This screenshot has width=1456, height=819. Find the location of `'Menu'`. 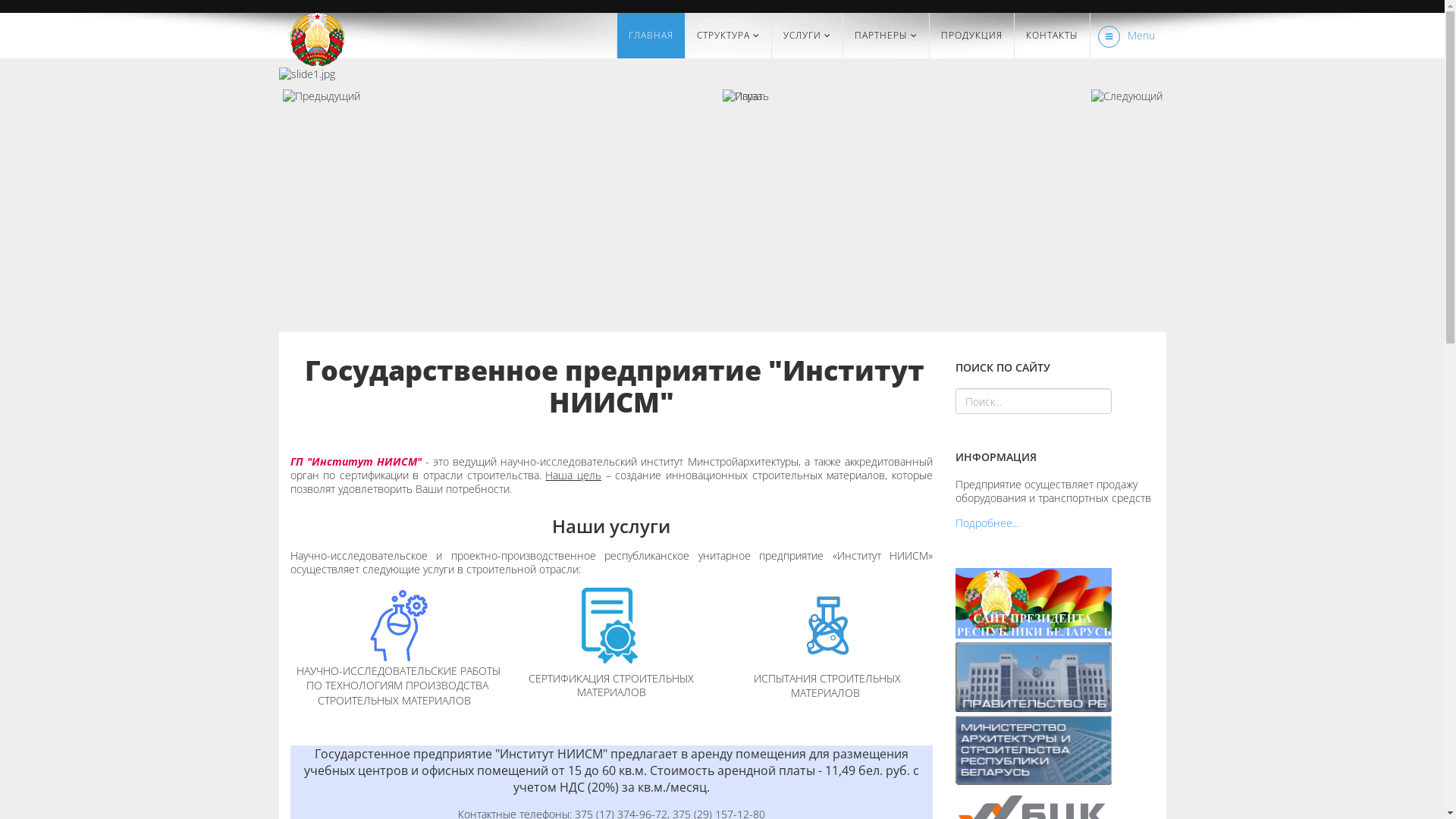

'Menu' is located at coordinates (1122, 34).